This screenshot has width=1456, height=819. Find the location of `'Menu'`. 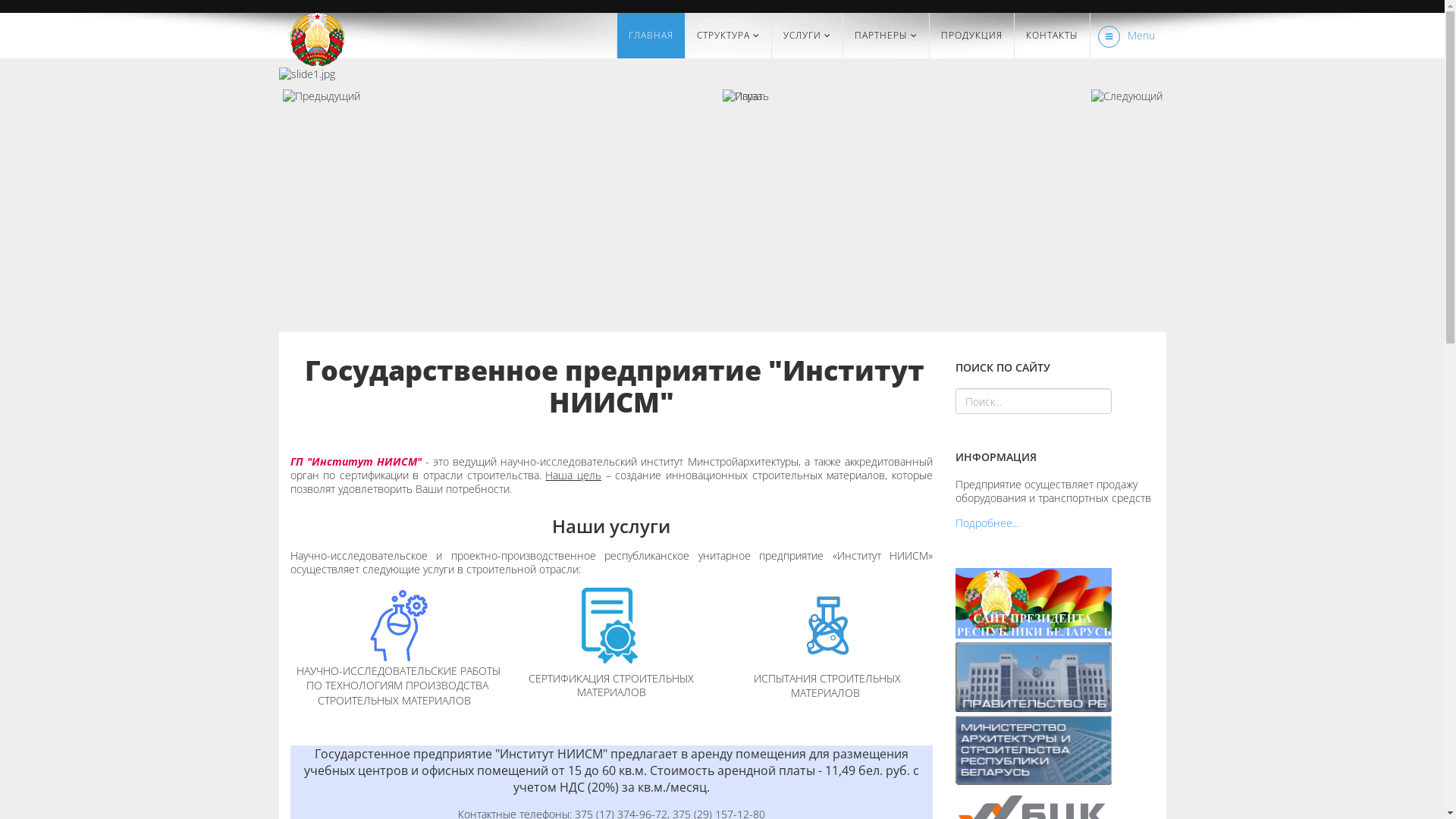

'Menu' is located at coordinates (1122, 34).